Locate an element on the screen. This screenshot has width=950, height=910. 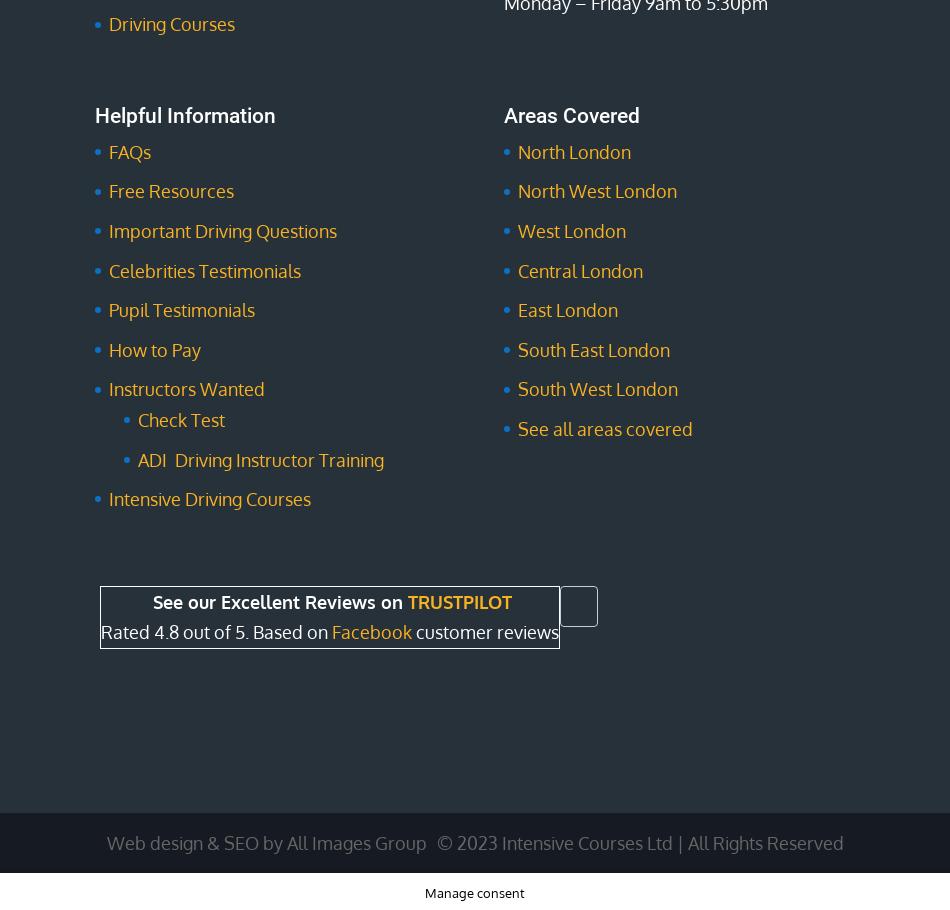
'FAQs' is located at coordinates (129, 149).